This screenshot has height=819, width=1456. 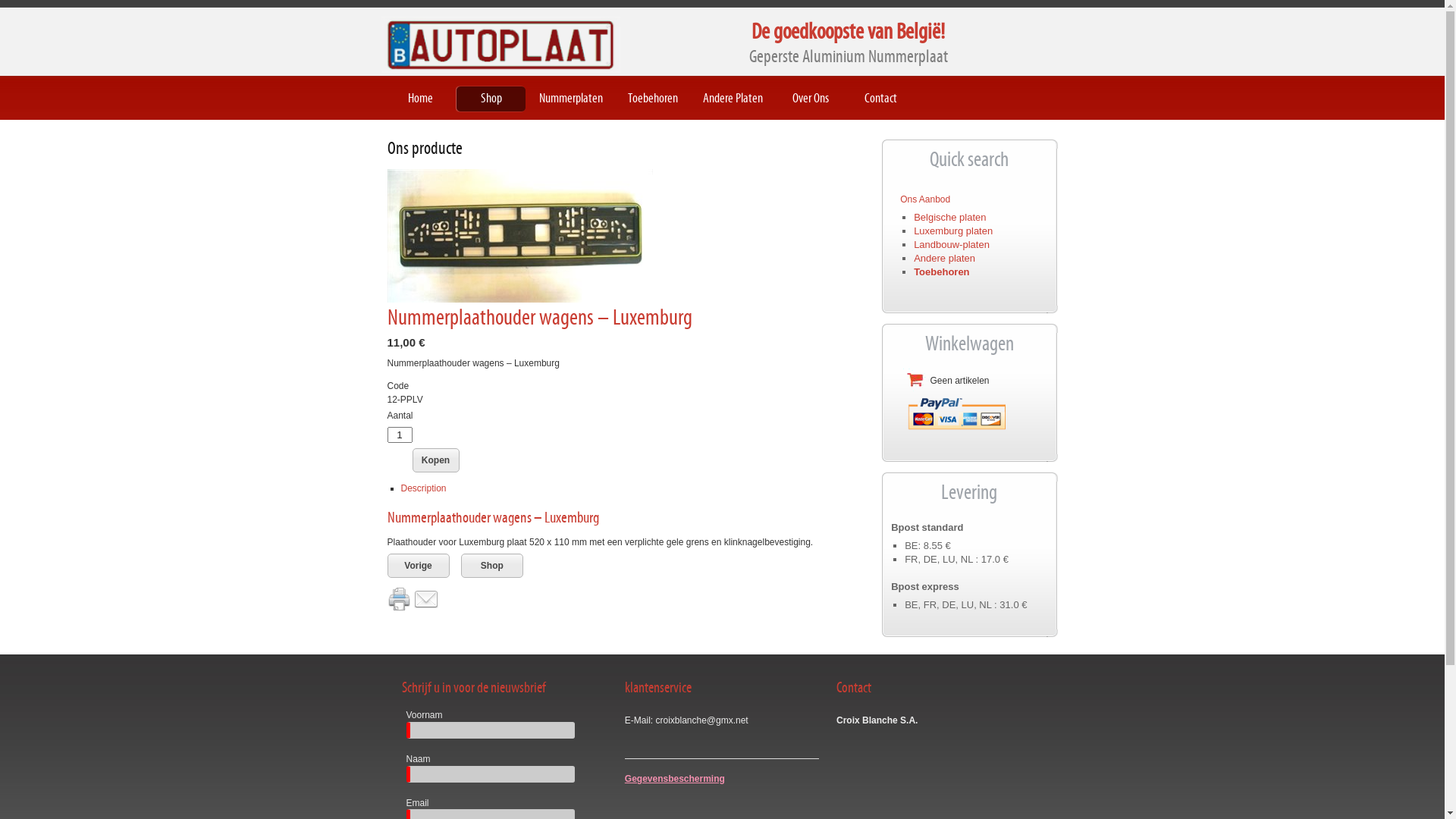 What do you see at coordinates (435, 458) in the screenshot?
I see `'Kopen'` at bounding box center [435, 458].